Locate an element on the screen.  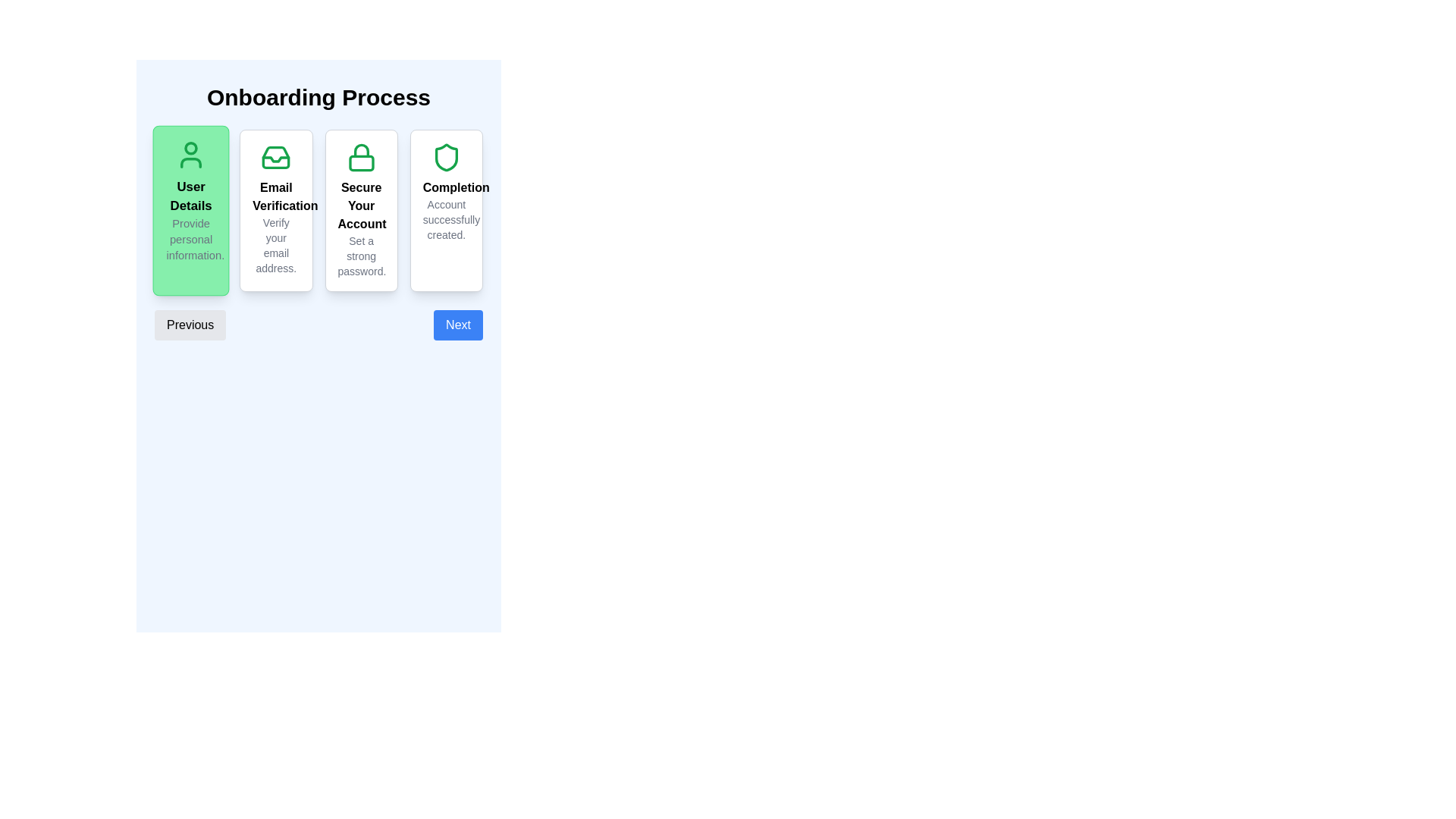
the fourth informational card that indicates 'Account successfully created.' in a horizontal series of four cards is located at coordinates (445, 210).